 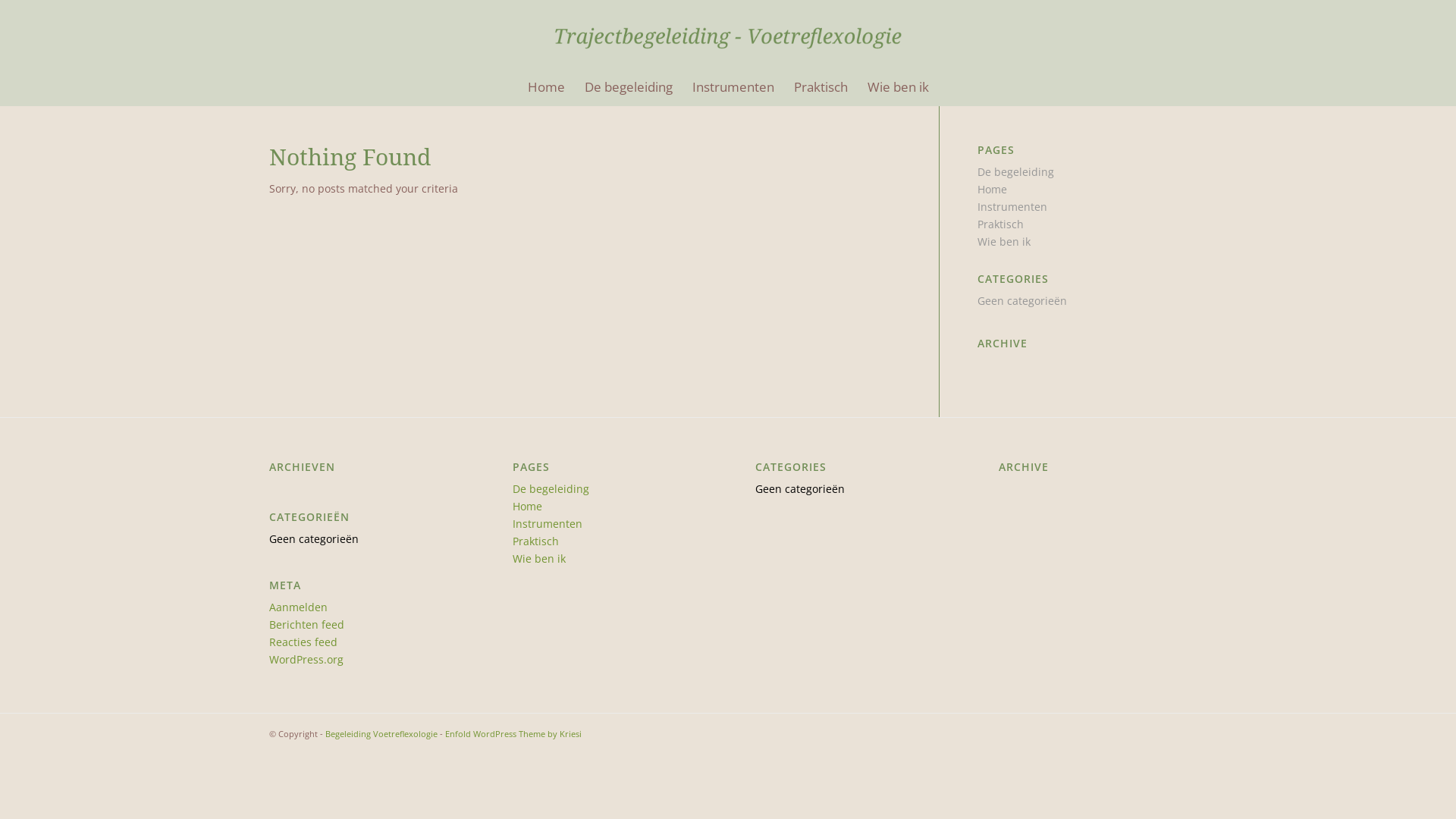 What do you see at coordinates (728, 33) in the screenshot?
I see `'HeaderLogo2'` at bounding box center [728, 33].